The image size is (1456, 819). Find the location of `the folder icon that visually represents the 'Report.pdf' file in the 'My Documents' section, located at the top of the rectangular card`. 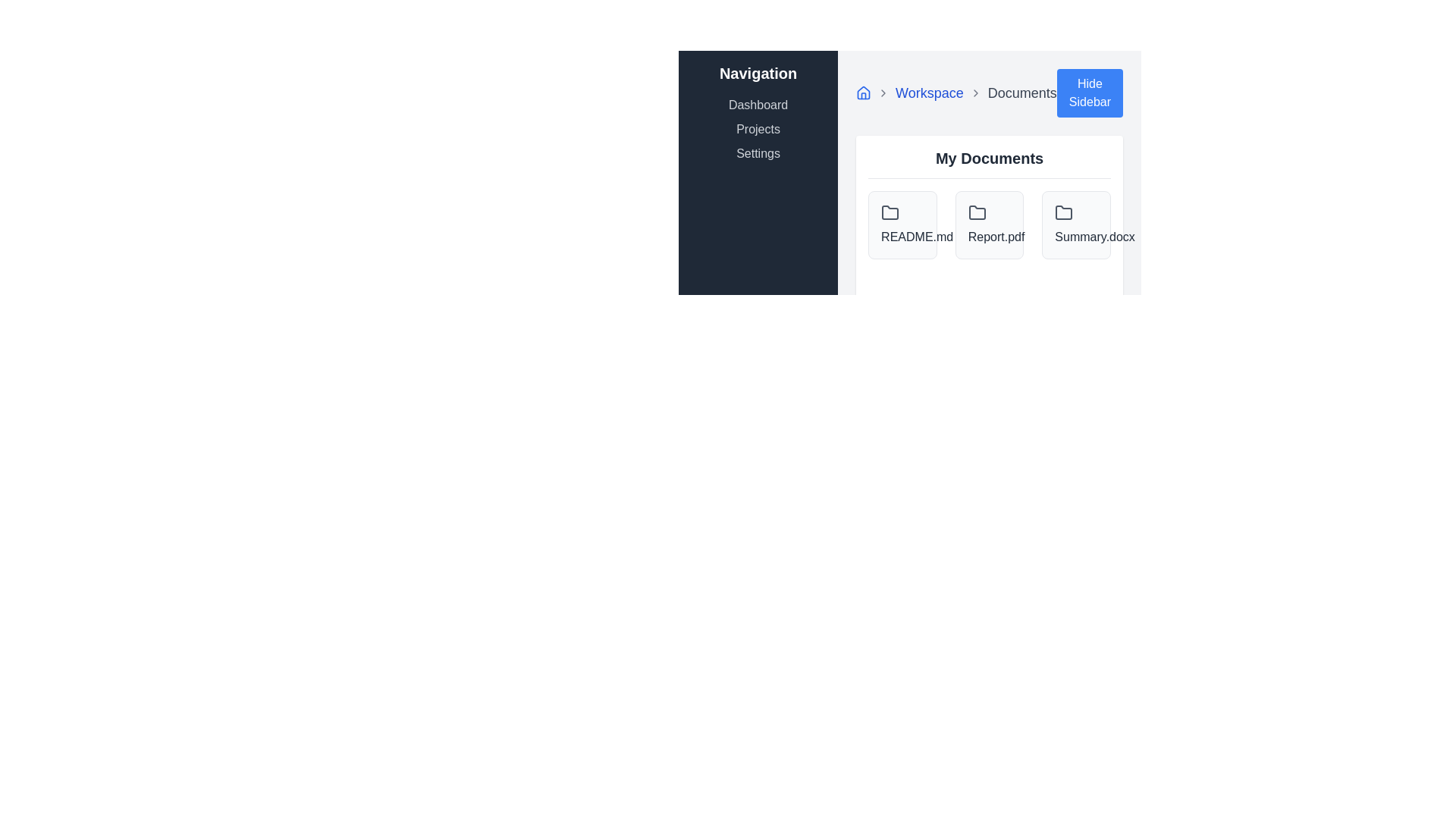

the folder icon that visually represents the 'Report.pdf' file in the 'My Documents' section, located at the top of the rectangular card is located at coordinates (977, 213).